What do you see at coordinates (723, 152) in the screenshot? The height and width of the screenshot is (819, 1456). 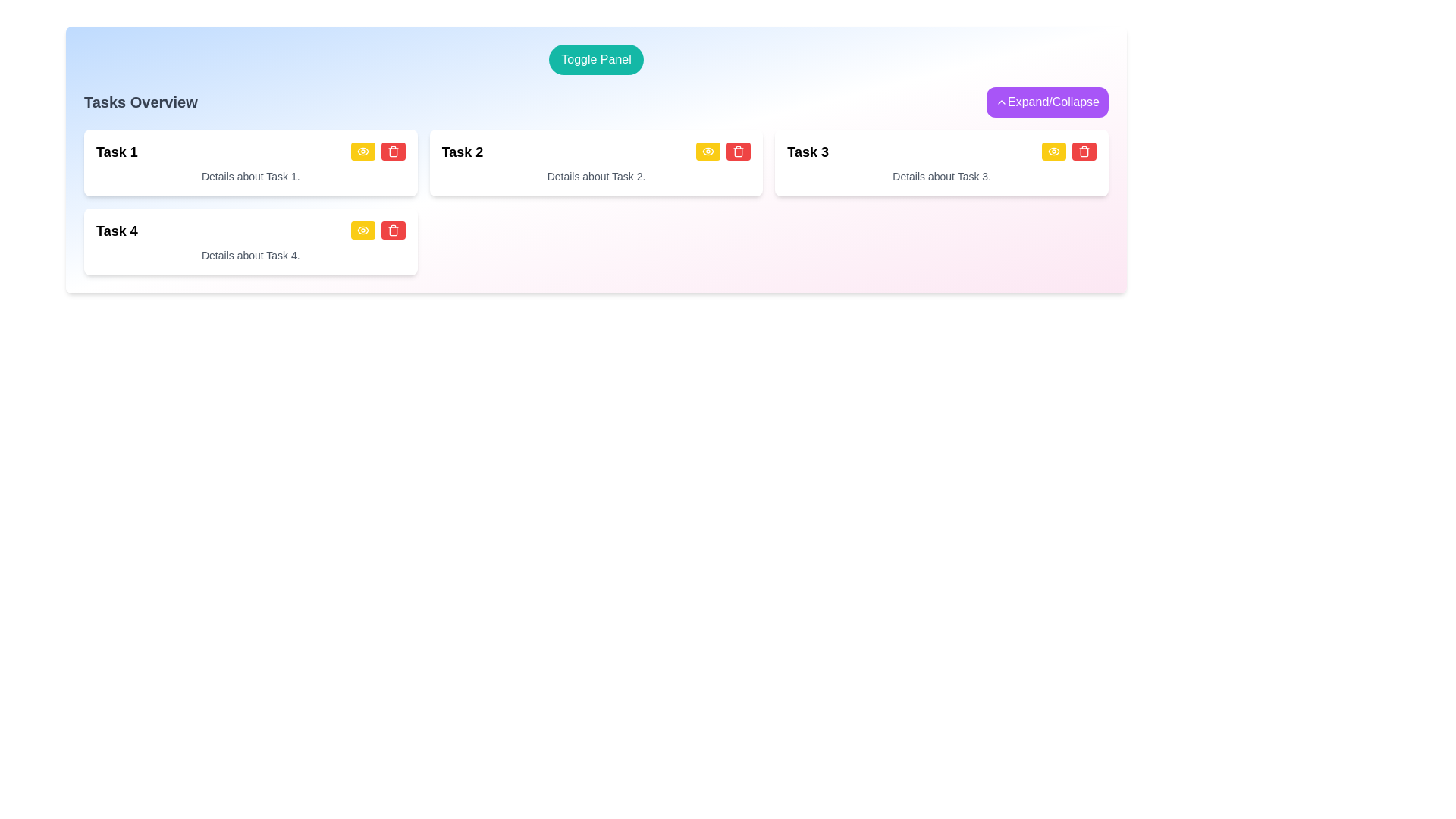 I see `the control group containing buttons for managing the task item 'Task 2', located at the top-right corner of the 'Task 2' card` at bounding box center [723, 152].